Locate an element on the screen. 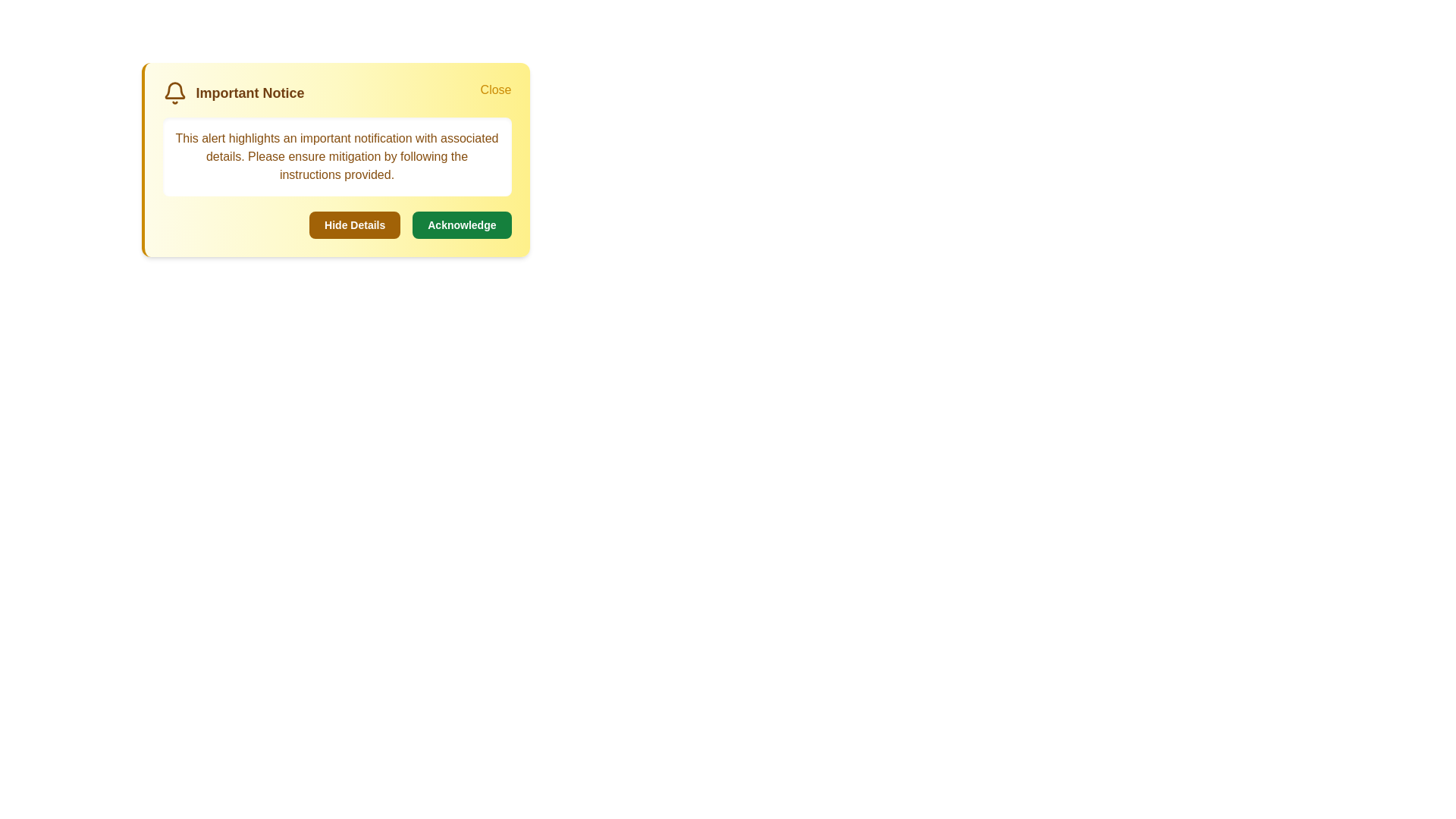 The height and width of the screenshot is (819, 1456). the 'Close' button to observe hover effects is located at coordinates (495, 90).